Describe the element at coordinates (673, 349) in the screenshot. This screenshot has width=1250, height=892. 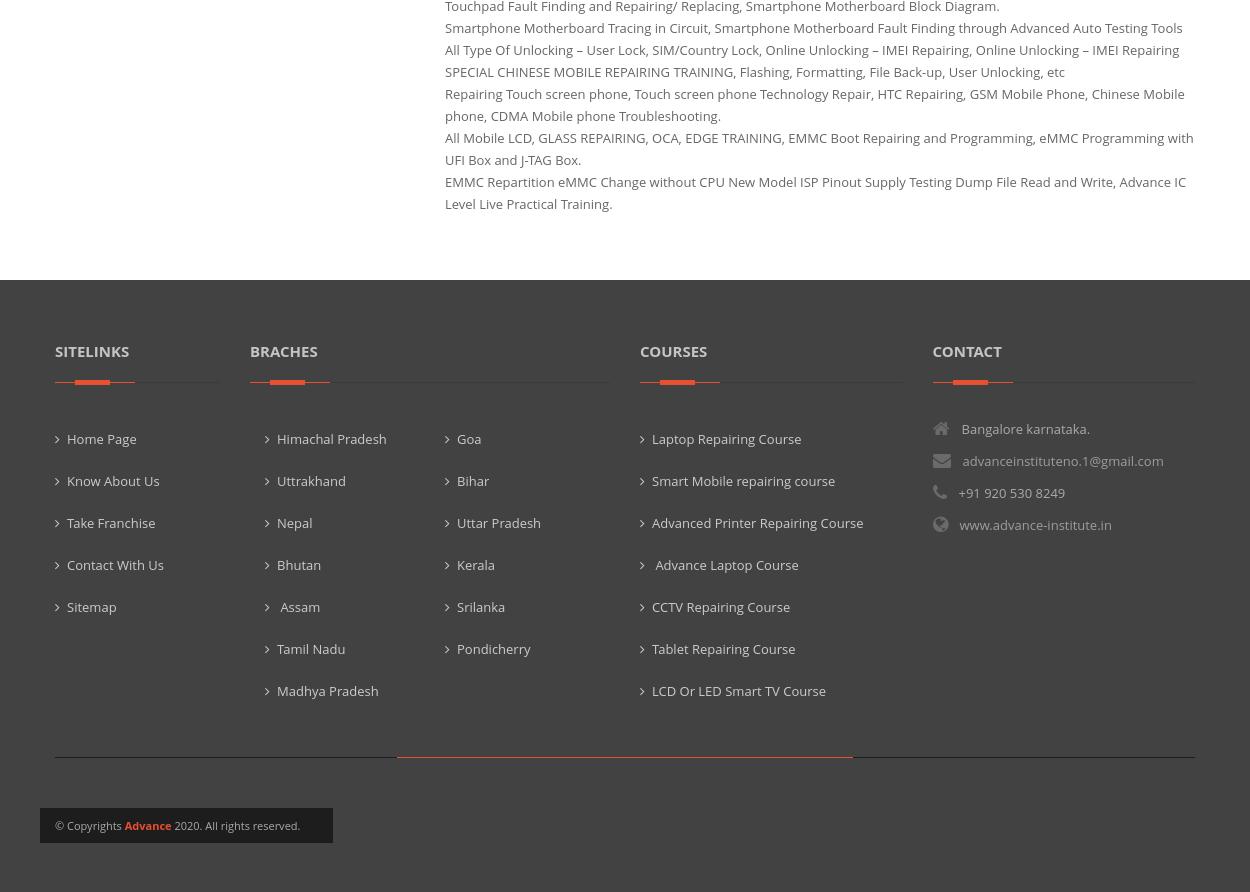
I see `'Courses'` at that location.